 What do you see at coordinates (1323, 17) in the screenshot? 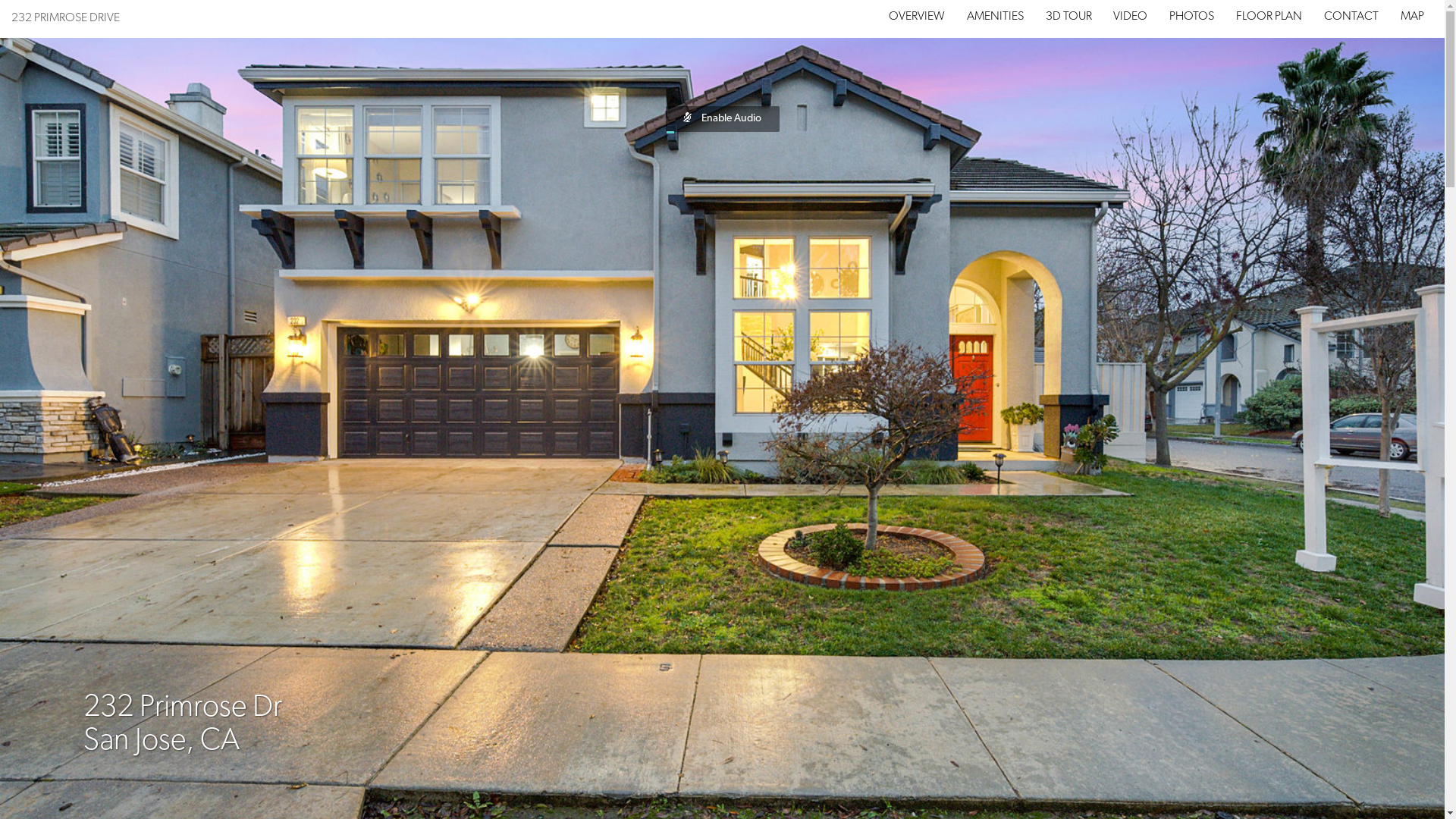
I see `'CONTACT'` at bounding box center [1323, 17].